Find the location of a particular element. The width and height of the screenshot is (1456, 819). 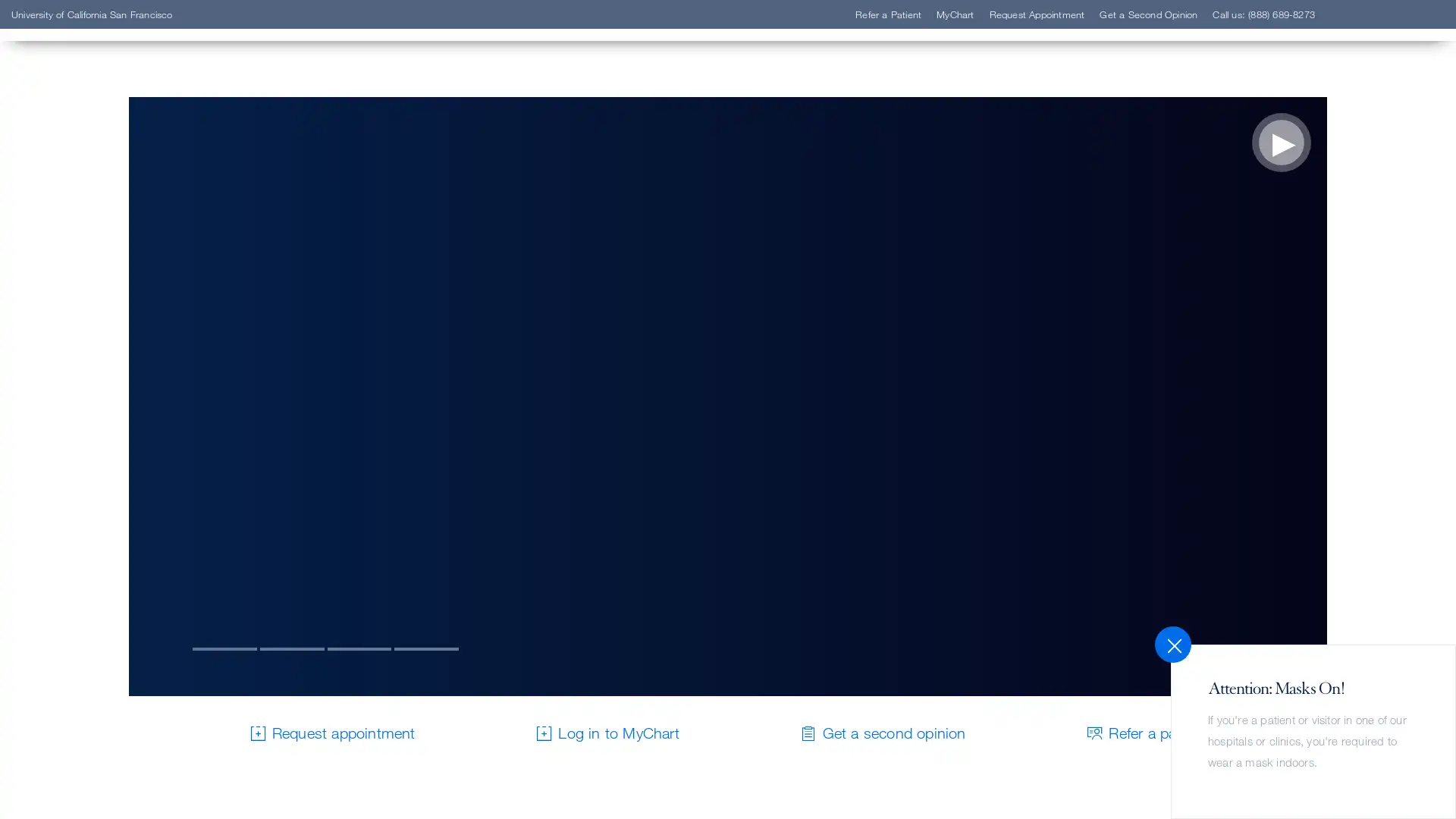

Conditions is located at coordinates (96, 292).